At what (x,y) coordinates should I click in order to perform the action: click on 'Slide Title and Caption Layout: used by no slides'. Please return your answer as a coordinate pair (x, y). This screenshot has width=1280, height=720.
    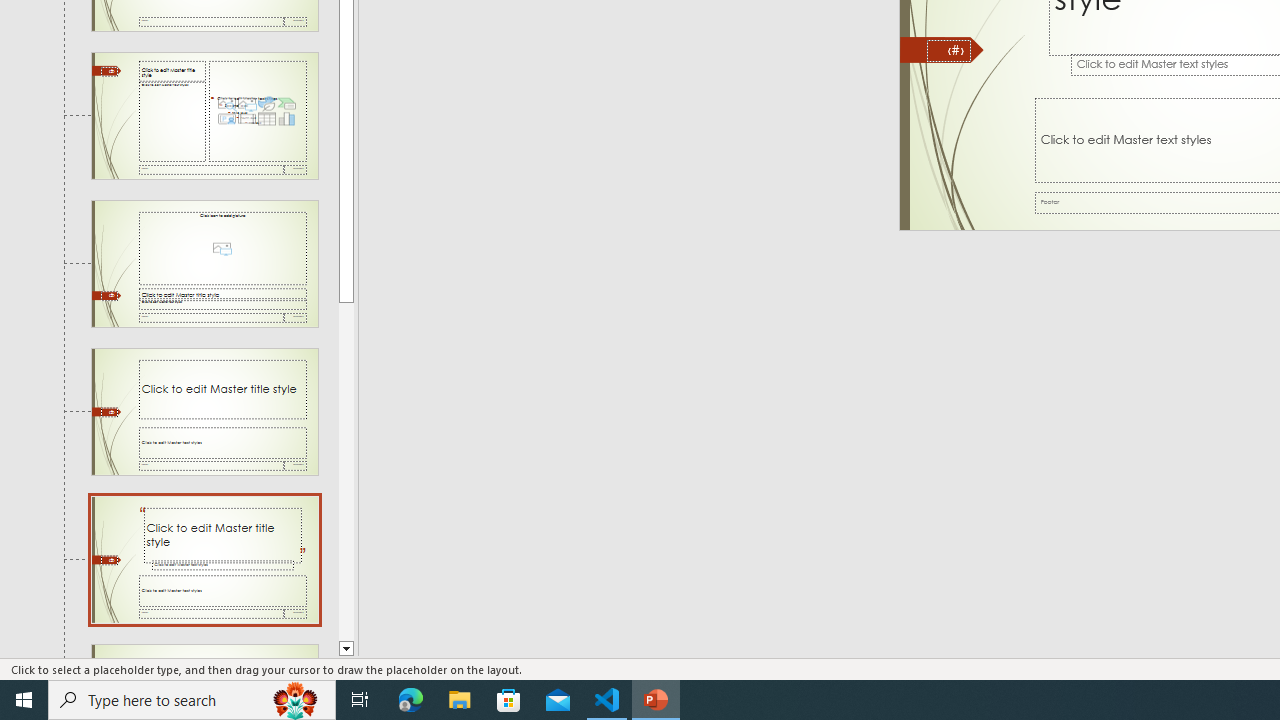
    Looking at the image, I should click on (204, 411).